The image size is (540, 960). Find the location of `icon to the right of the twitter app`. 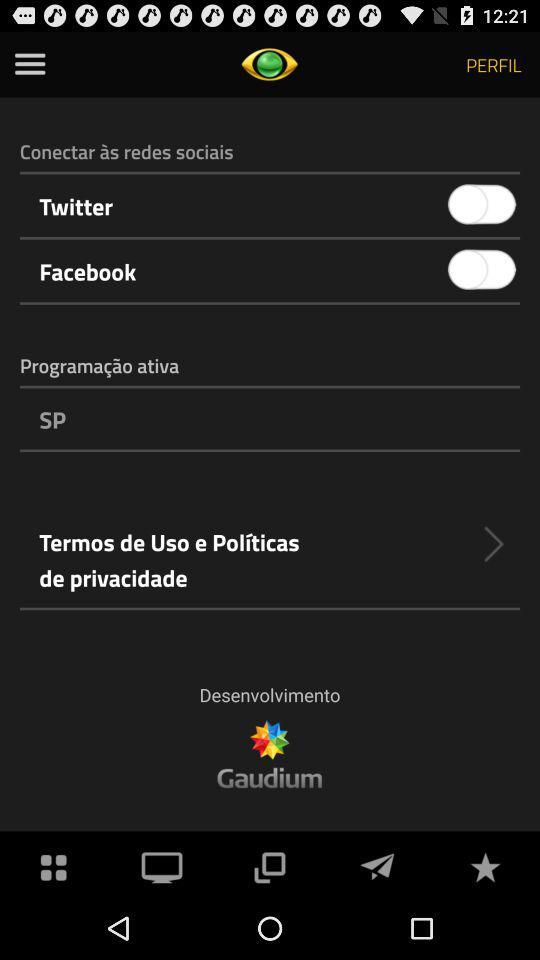

icon to the right of the twitter app is located at coordinates (481, 205).